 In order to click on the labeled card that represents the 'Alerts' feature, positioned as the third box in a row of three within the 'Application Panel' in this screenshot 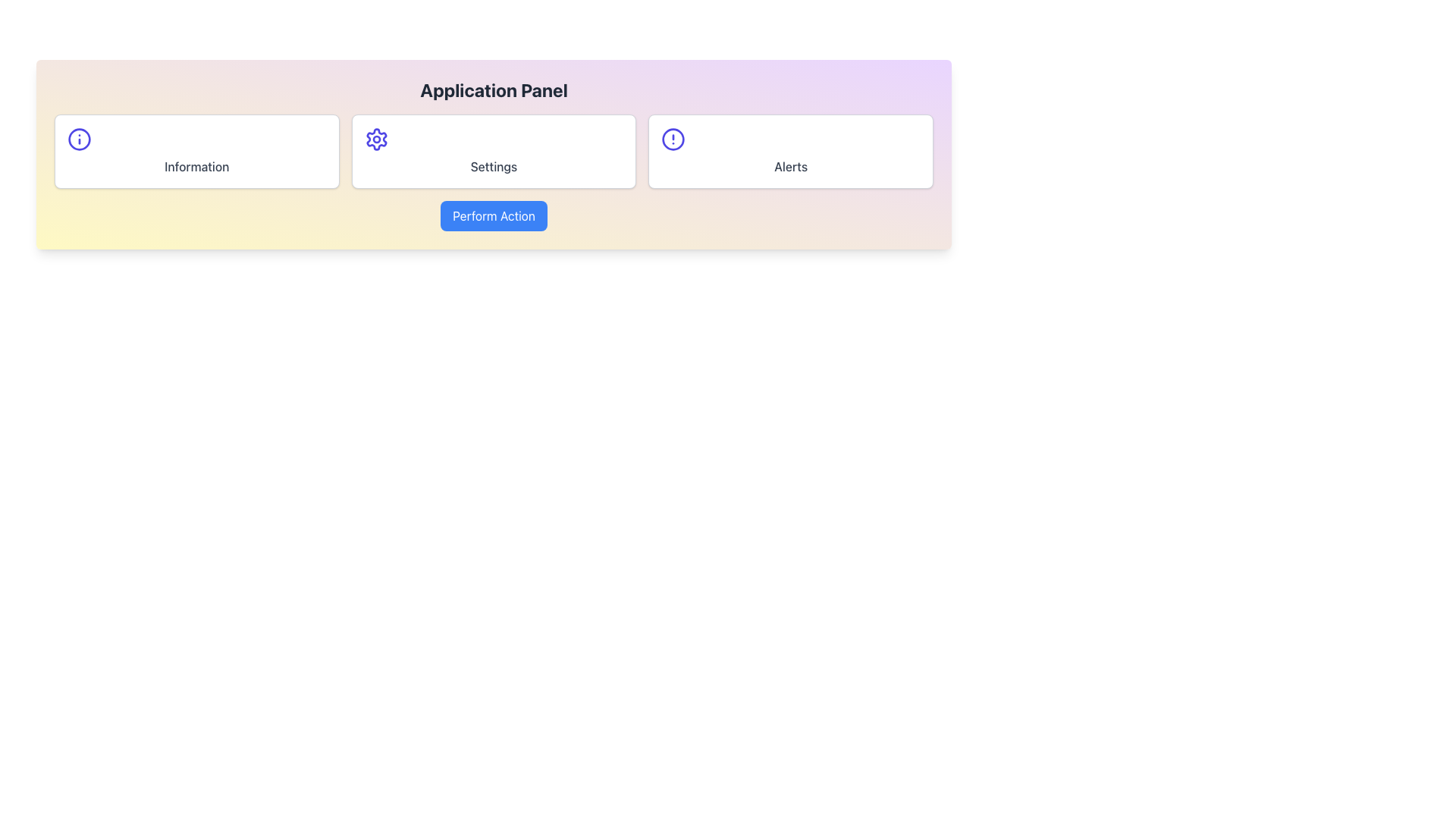, I will do `click(790, 152)`.